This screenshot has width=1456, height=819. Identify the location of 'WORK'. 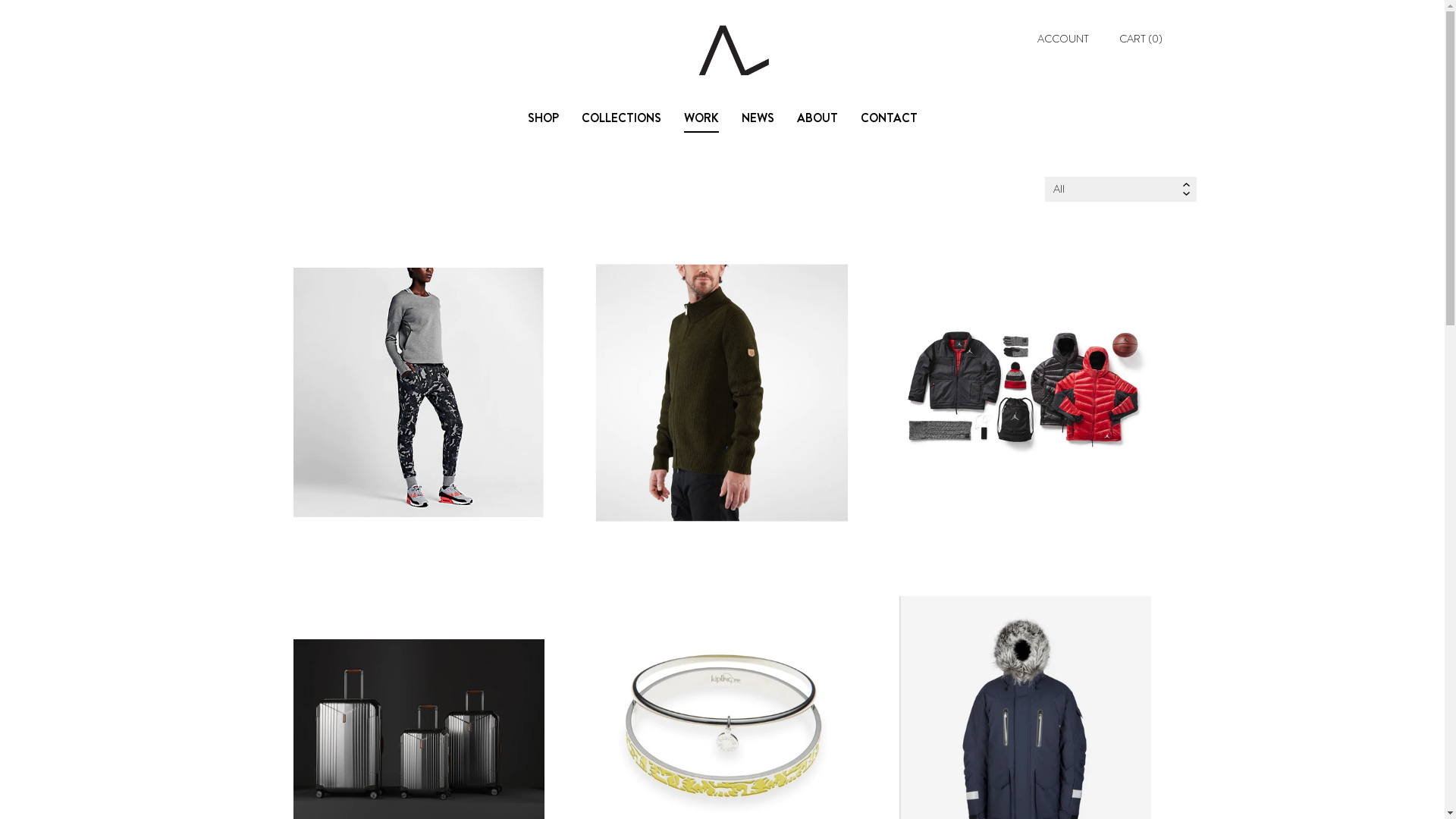
(683, 118).